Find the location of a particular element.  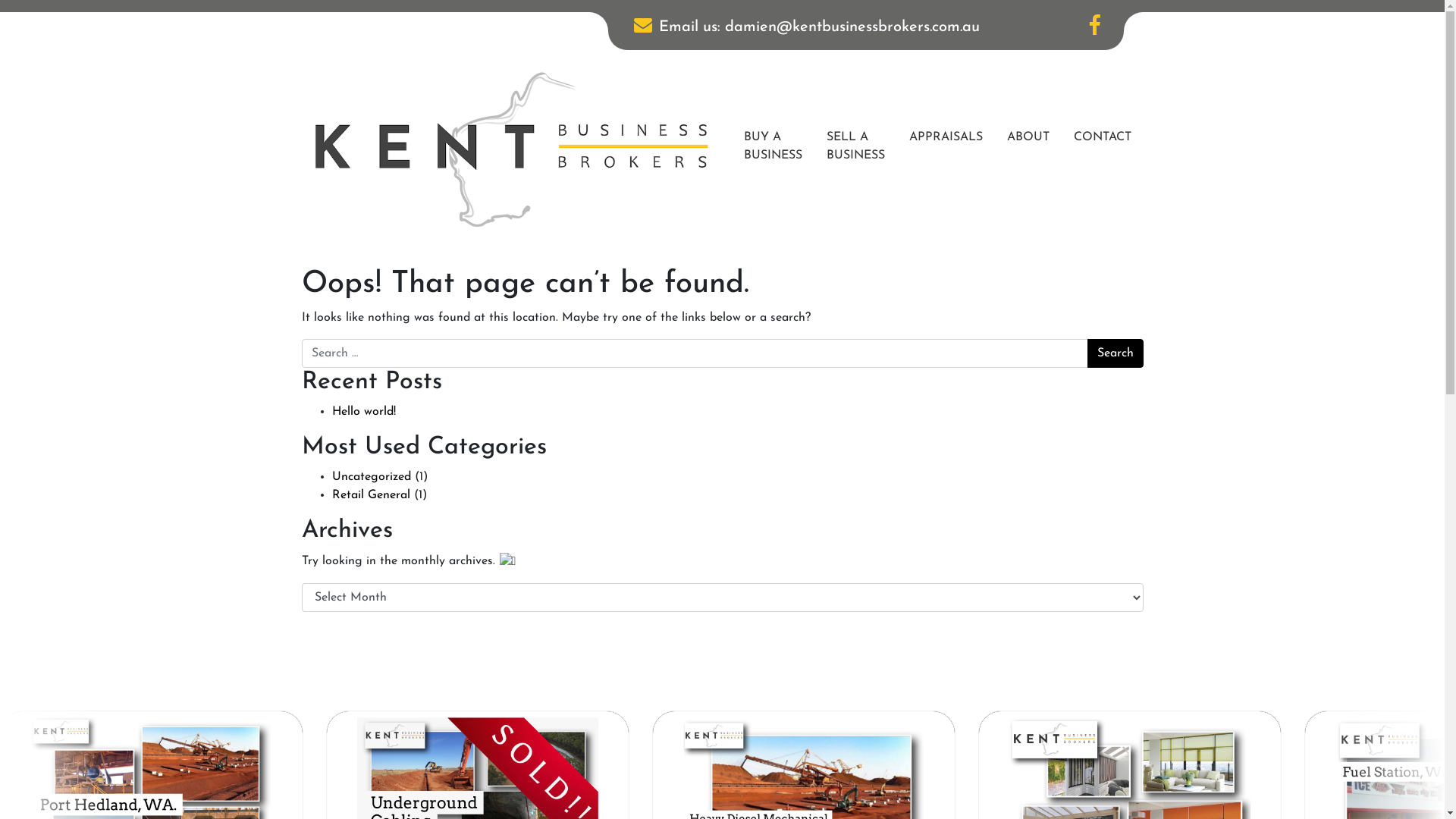

'ABOUT' is located at coordinates (994, 137).